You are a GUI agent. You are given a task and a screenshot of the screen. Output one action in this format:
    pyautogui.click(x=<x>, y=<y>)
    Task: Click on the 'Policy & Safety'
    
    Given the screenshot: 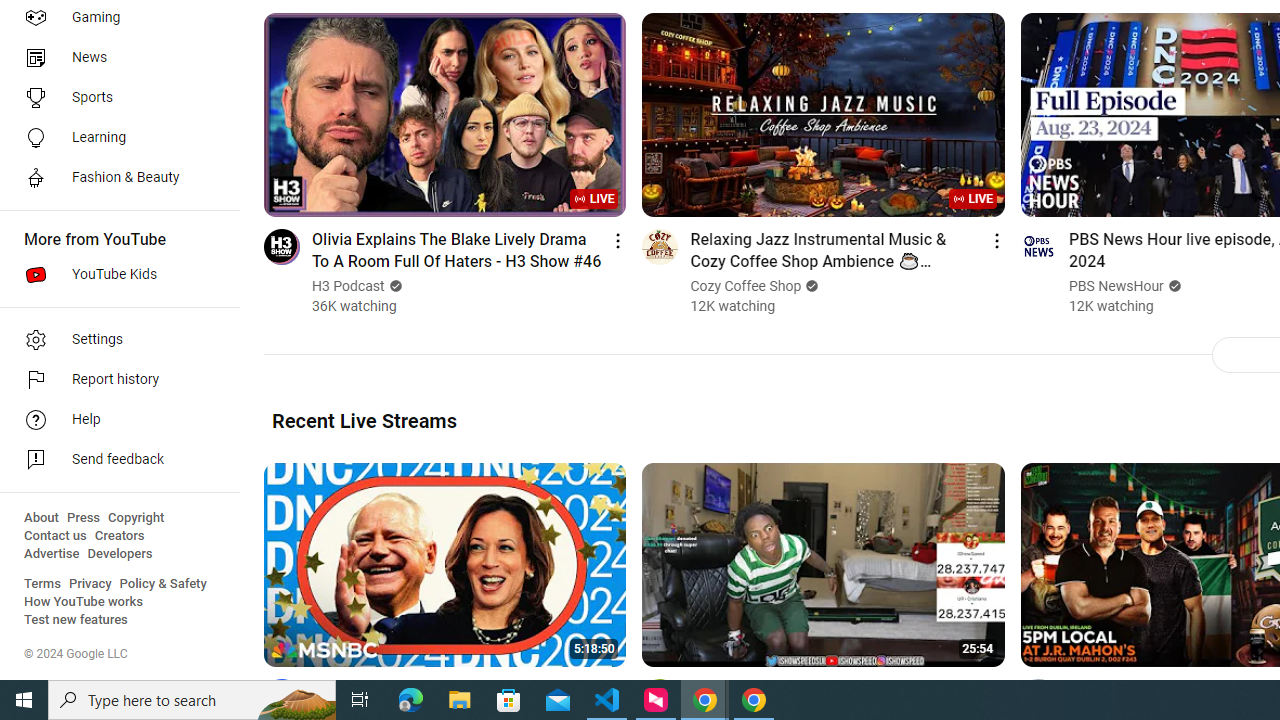 What is the action you would take?
    pyautogui.click(x=163, y=584)
    